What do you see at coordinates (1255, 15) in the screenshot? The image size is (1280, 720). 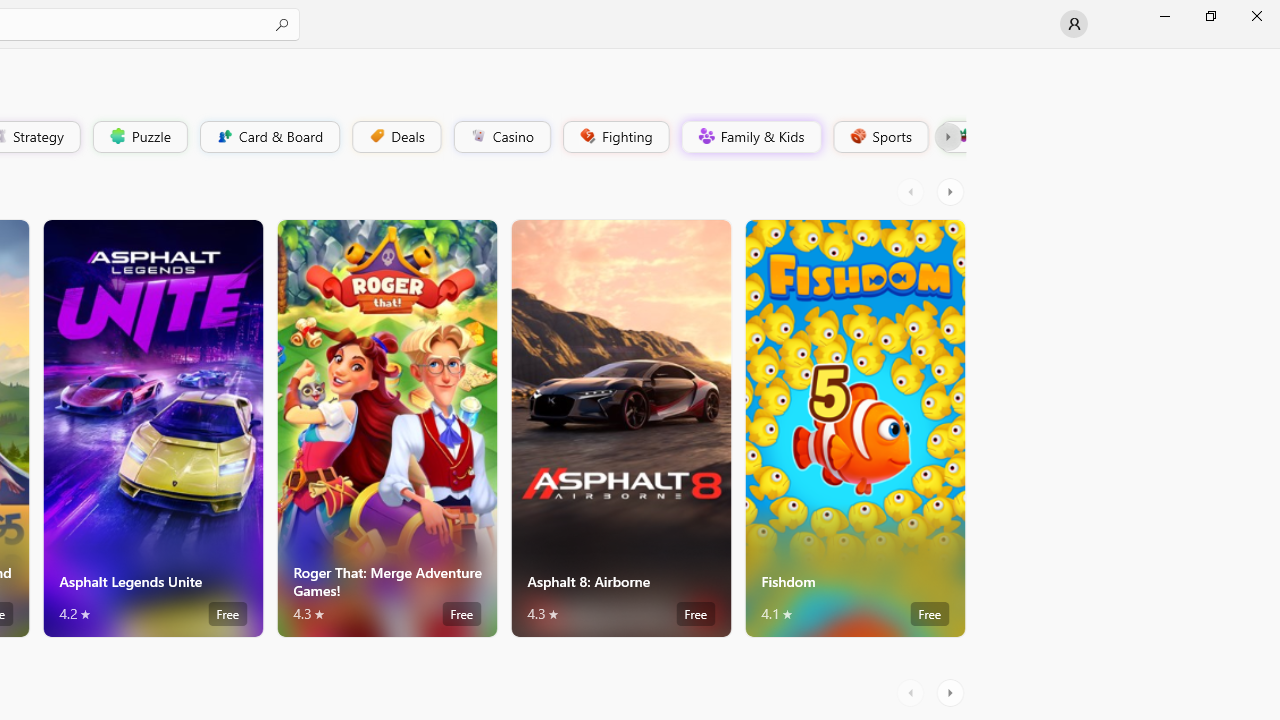 I see `'Close Microsoft Store'` at bounding box center [1255, 15].